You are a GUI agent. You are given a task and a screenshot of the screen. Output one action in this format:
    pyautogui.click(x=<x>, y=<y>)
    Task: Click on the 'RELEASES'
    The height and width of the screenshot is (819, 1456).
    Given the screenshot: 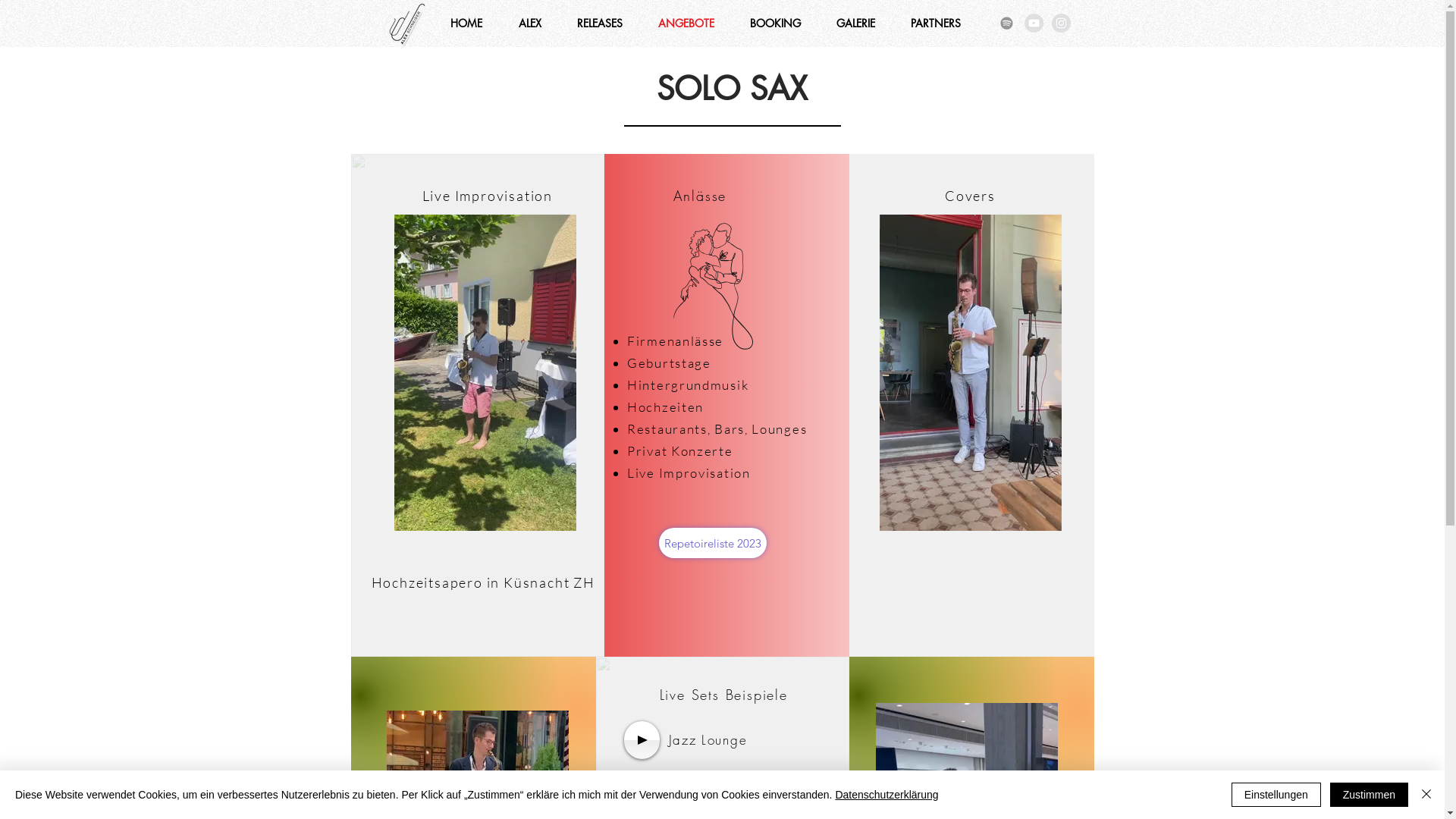 What is the action you would take?
    pyautogui.click(x=599, y=23)
    